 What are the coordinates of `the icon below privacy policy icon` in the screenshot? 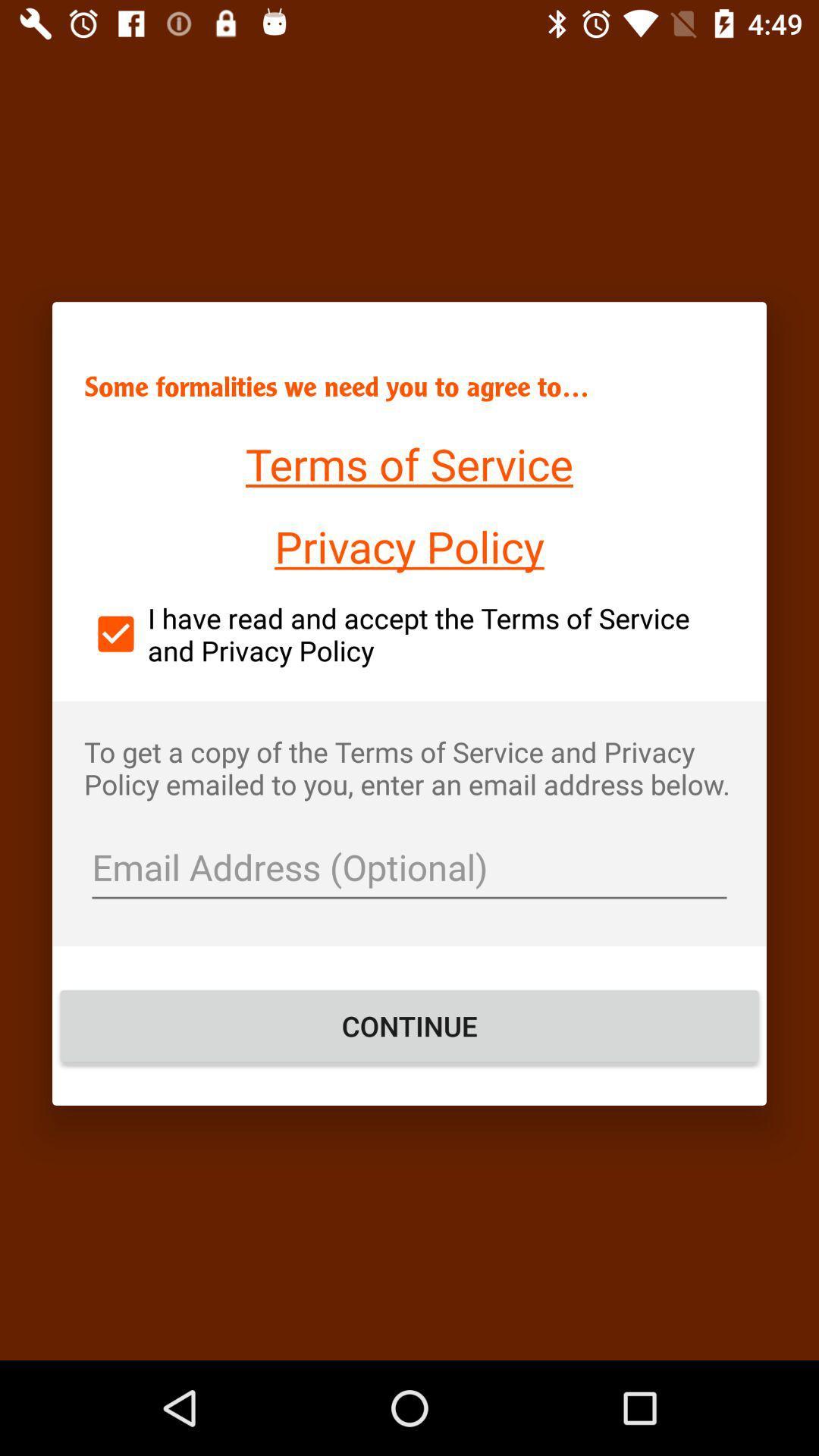 It's located at (409, 634).